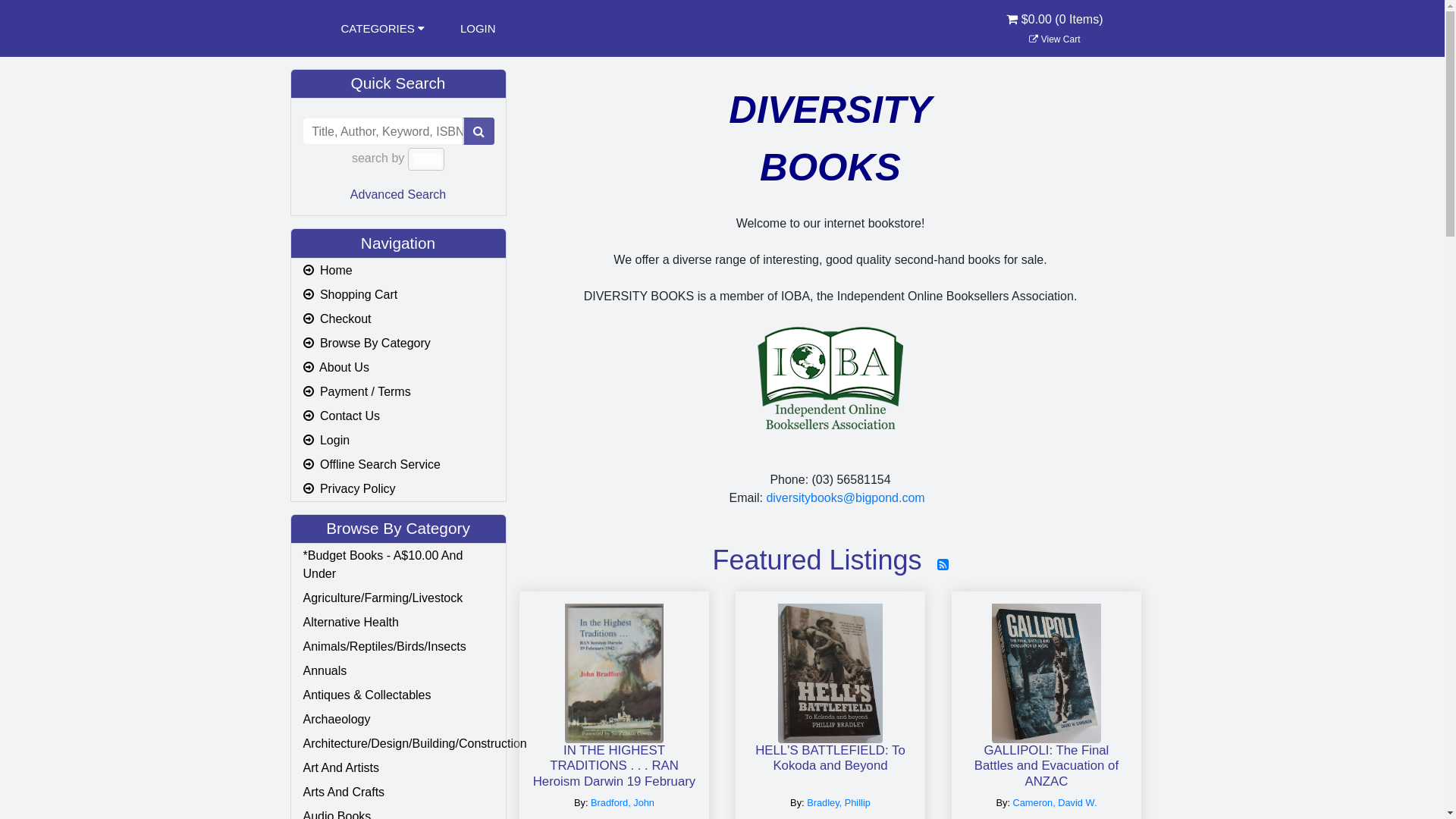 This screenshot has width=1456, height=819. What do you see at coordinates (447, 28) in the screenshot?
I see `'LOGIN'` at bounding box center [447, 28].